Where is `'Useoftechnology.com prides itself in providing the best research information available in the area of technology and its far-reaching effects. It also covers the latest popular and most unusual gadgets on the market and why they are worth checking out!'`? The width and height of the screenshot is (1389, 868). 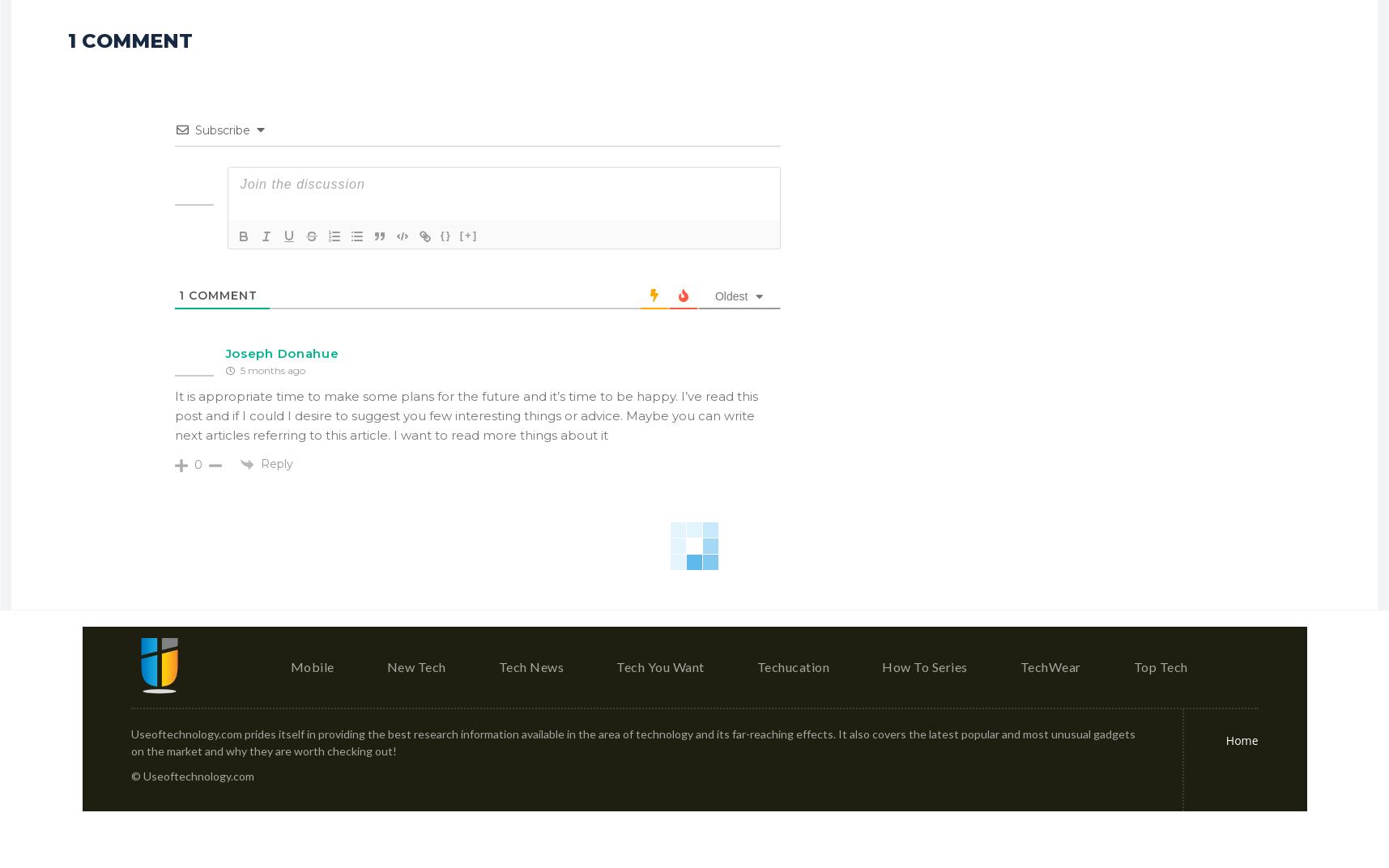
'Useoftechnology.com prides itself in providing the best research information available in the area of technology and its far-reaching effects. It also covers the latest popular and most unusual gadgets on the market and why they are worth checking out!' is located at coordinates (632, 747).